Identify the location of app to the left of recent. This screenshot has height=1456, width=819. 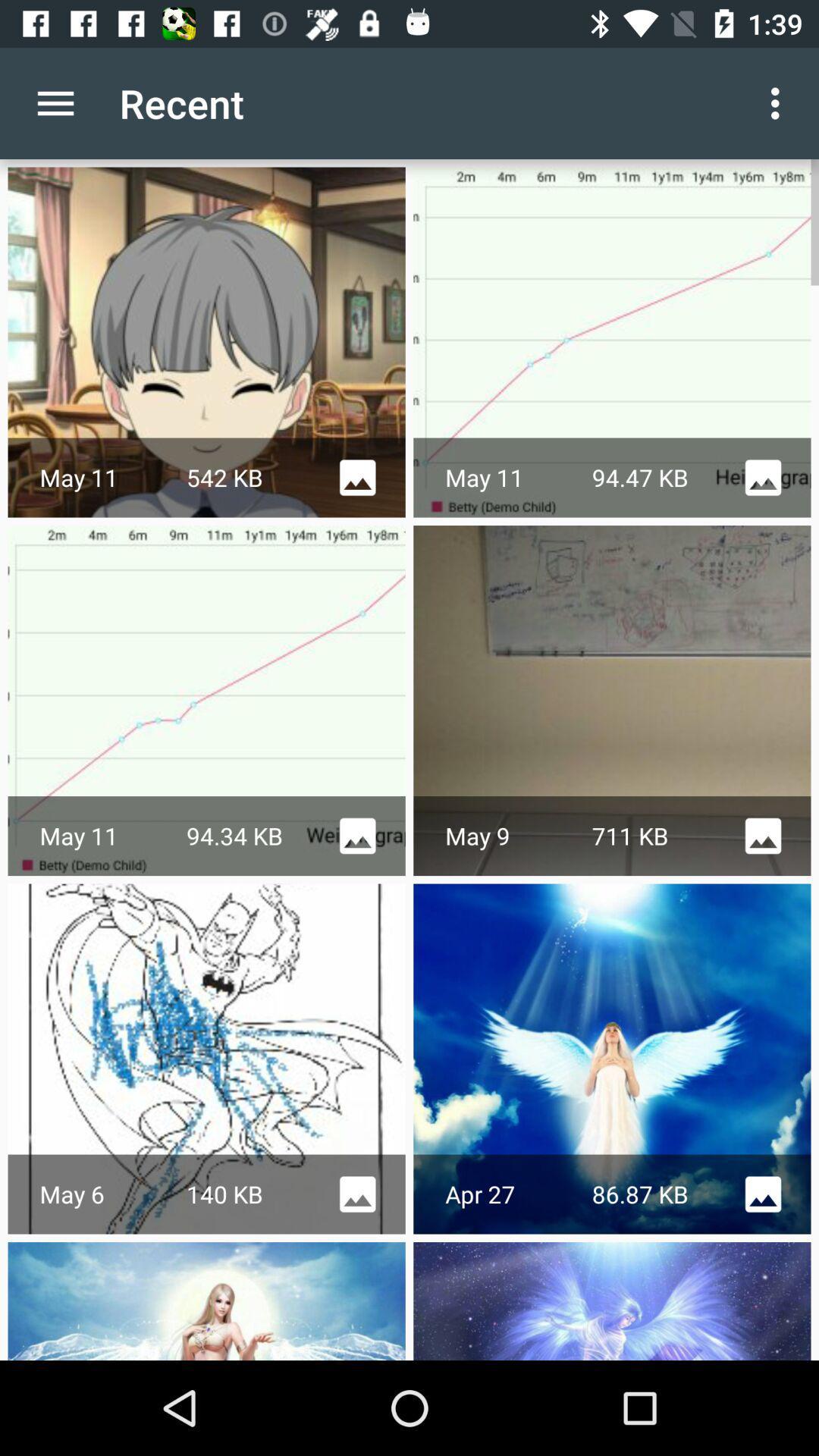
(55, 102).